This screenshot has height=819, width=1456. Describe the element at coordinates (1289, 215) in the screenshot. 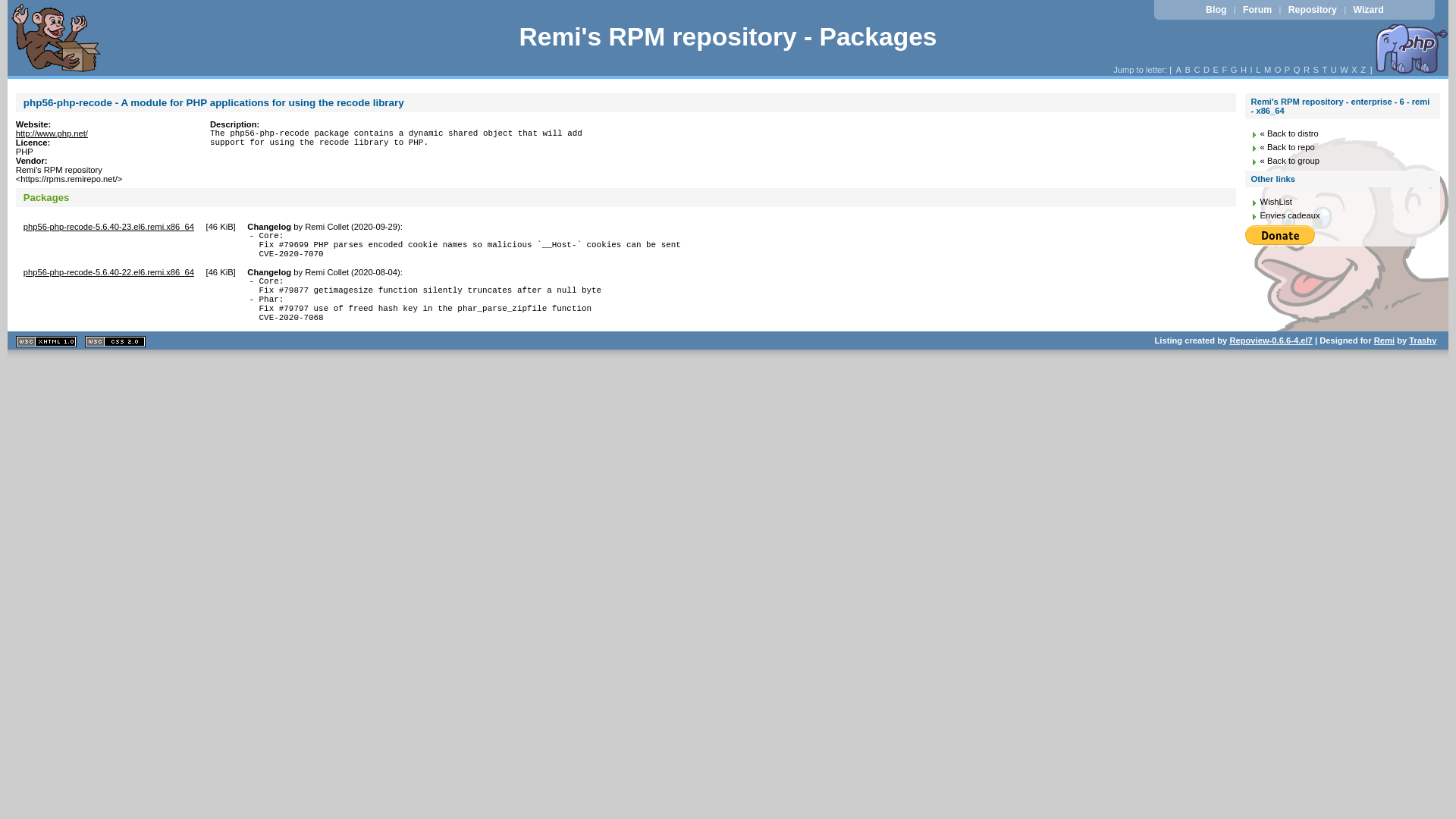

I see `'Envies cadeaux'` at that location.